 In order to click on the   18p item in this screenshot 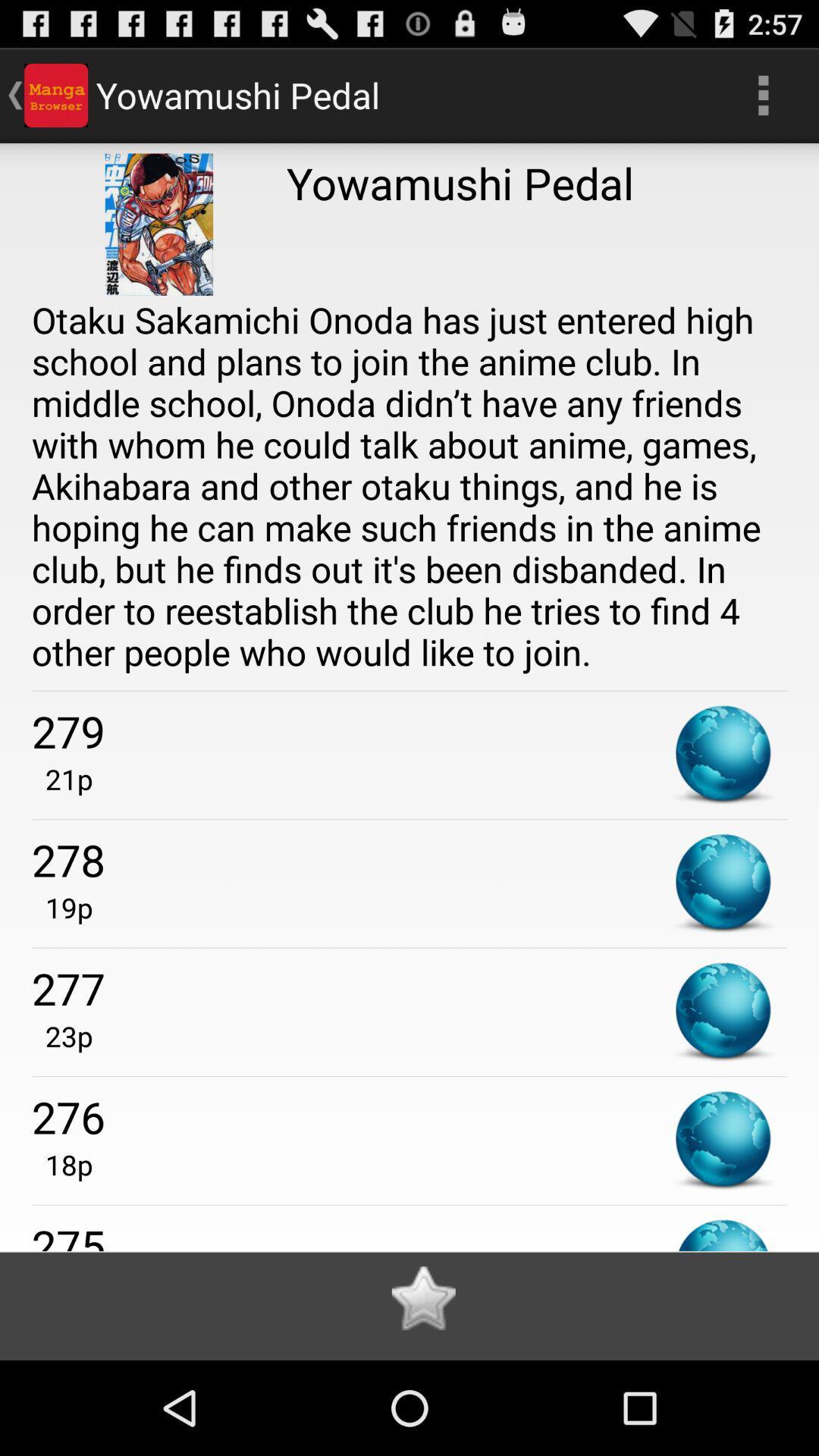, I will do `click(61, 1164)`.